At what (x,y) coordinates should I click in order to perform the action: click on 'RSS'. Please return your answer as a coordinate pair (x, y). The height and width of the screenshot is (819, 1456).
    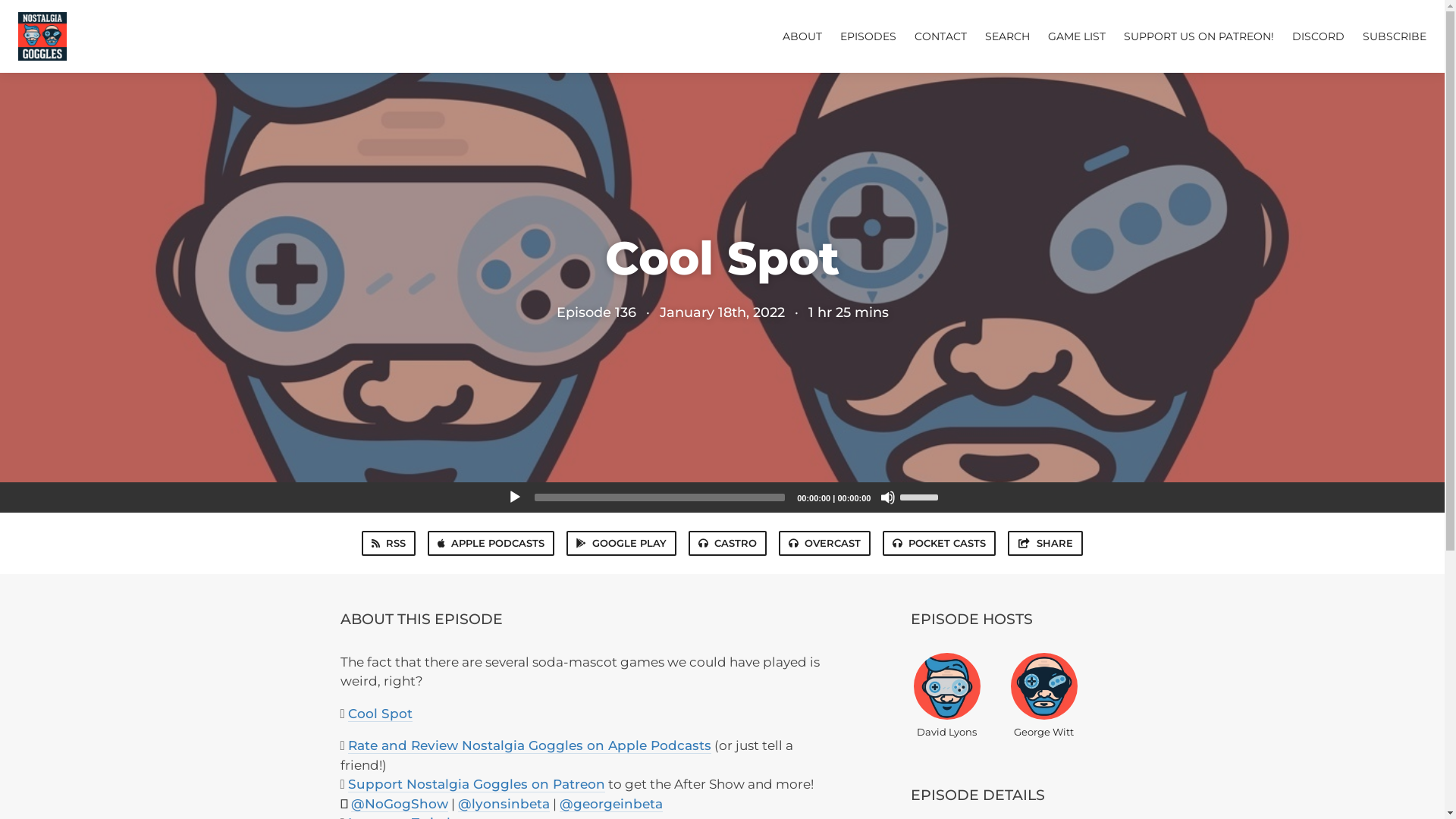
    Looking at the image, I should click on (388, 542).